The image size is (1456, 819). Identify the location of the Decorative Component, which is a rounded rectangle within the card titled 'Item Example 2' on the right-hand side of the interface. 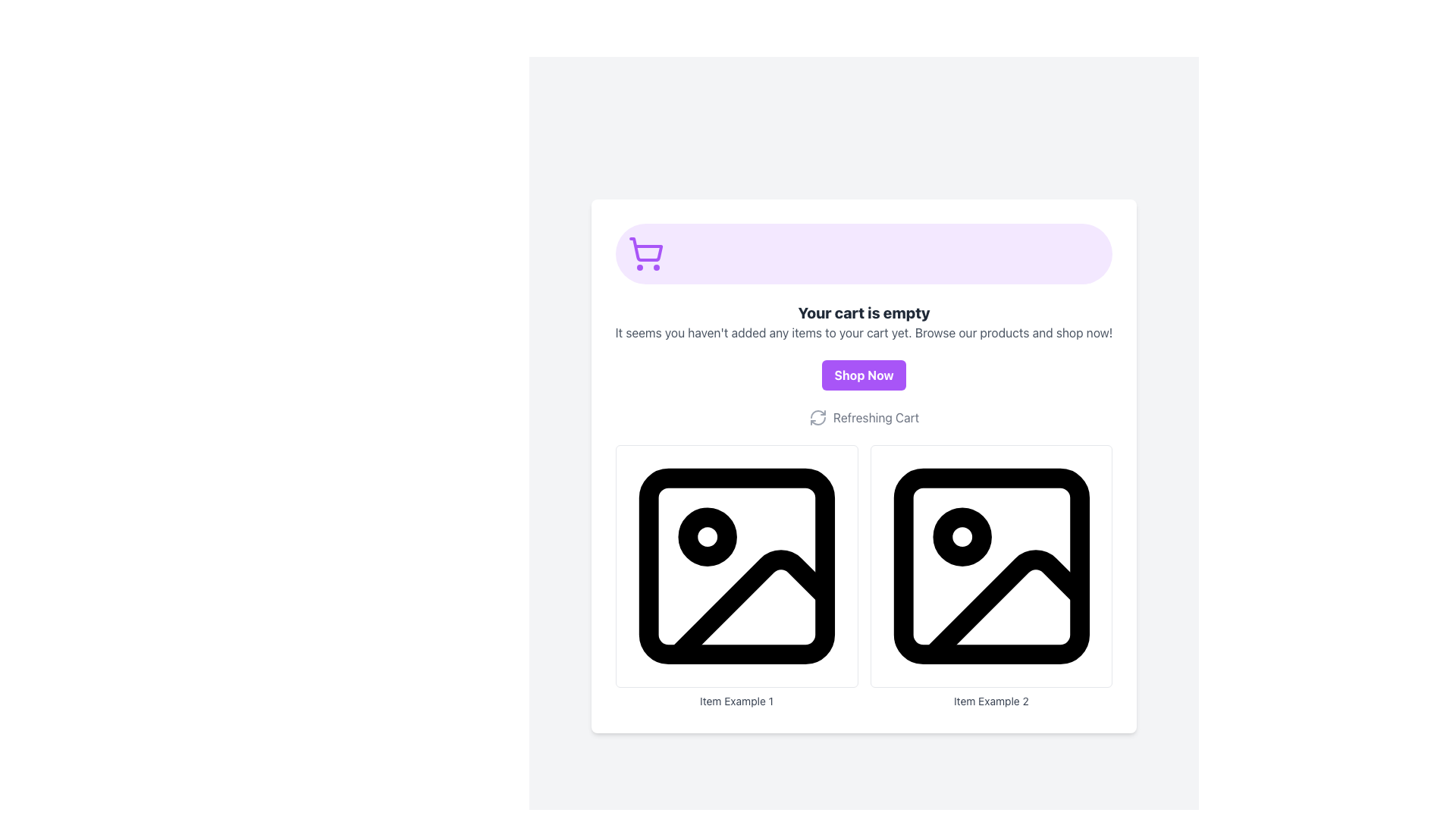
(991, 566).